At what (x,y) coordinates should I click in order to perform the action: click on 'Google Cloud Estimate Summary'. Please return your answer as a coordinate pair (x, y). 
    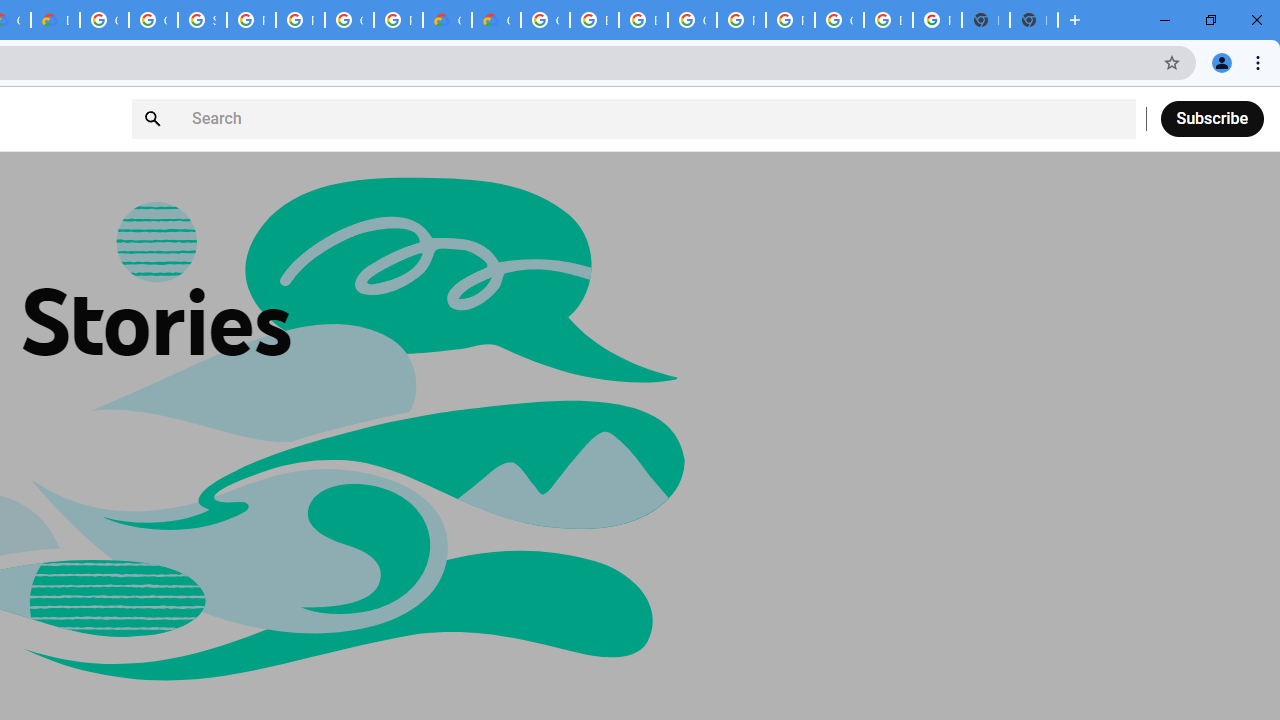
    Looking at the image, I should click on (496, 20).